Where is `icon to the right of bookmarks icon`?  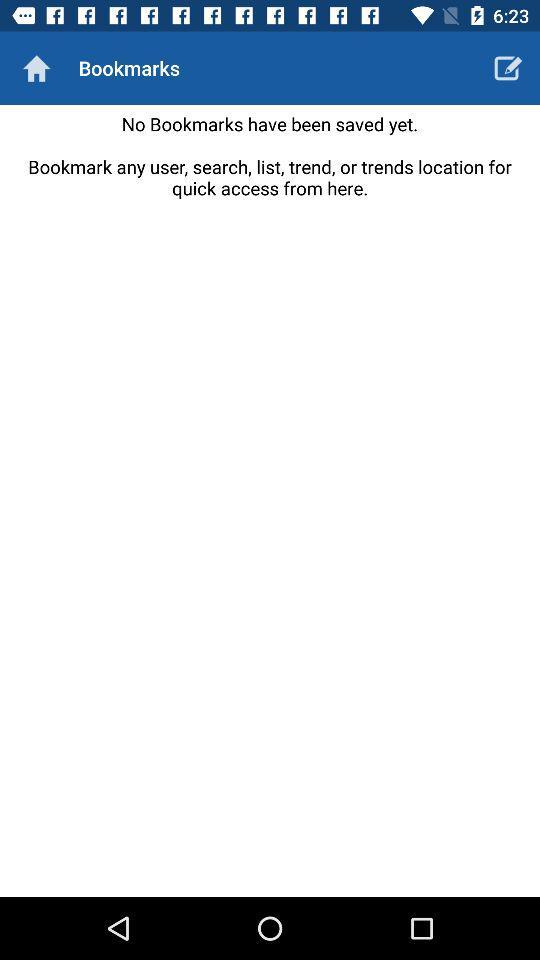
icon to the right of bookmarks icon is located at coordinates (508, 68).